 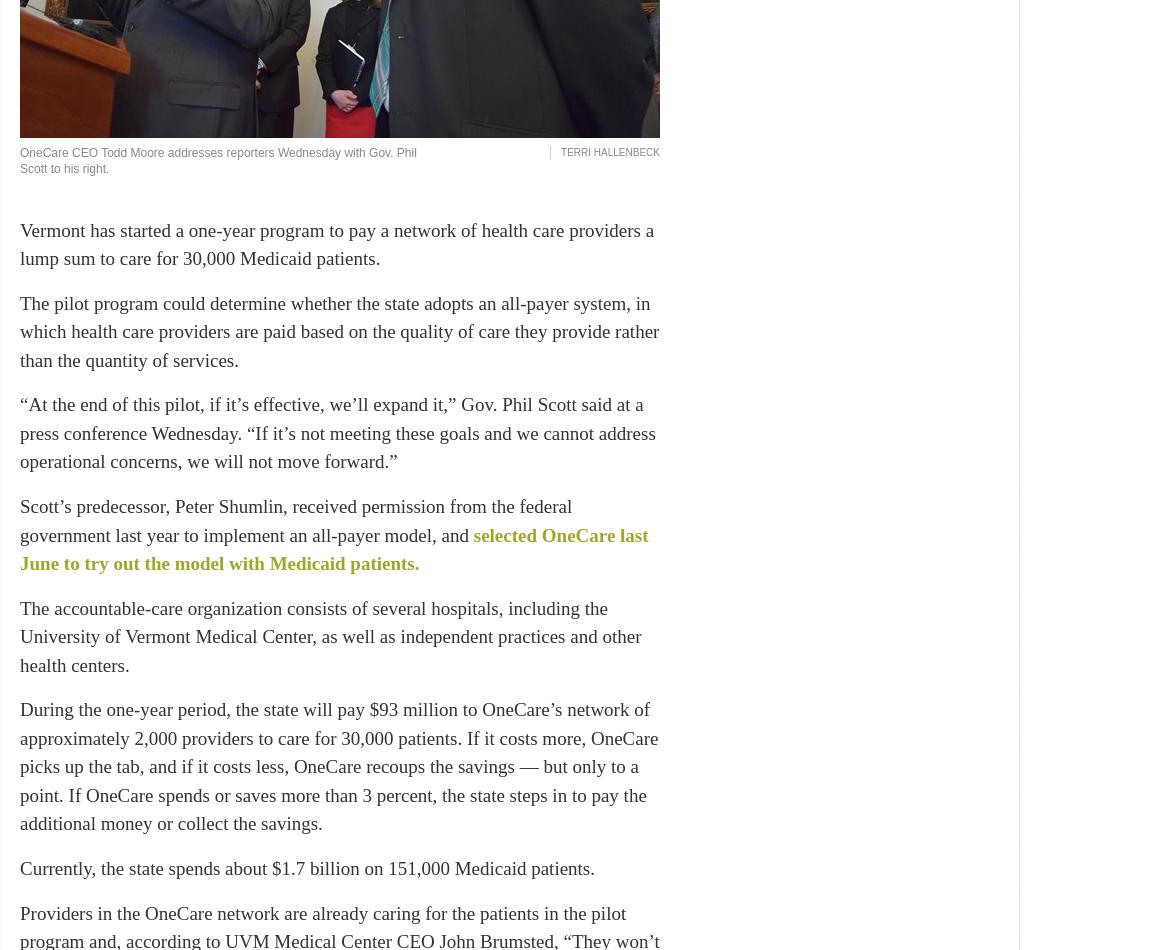 I want to click on 'Scott’s predecessor, Peter Shumlin, received permission from the federal government last year to implement an all-payer model, and', so click(x=296, y=520).